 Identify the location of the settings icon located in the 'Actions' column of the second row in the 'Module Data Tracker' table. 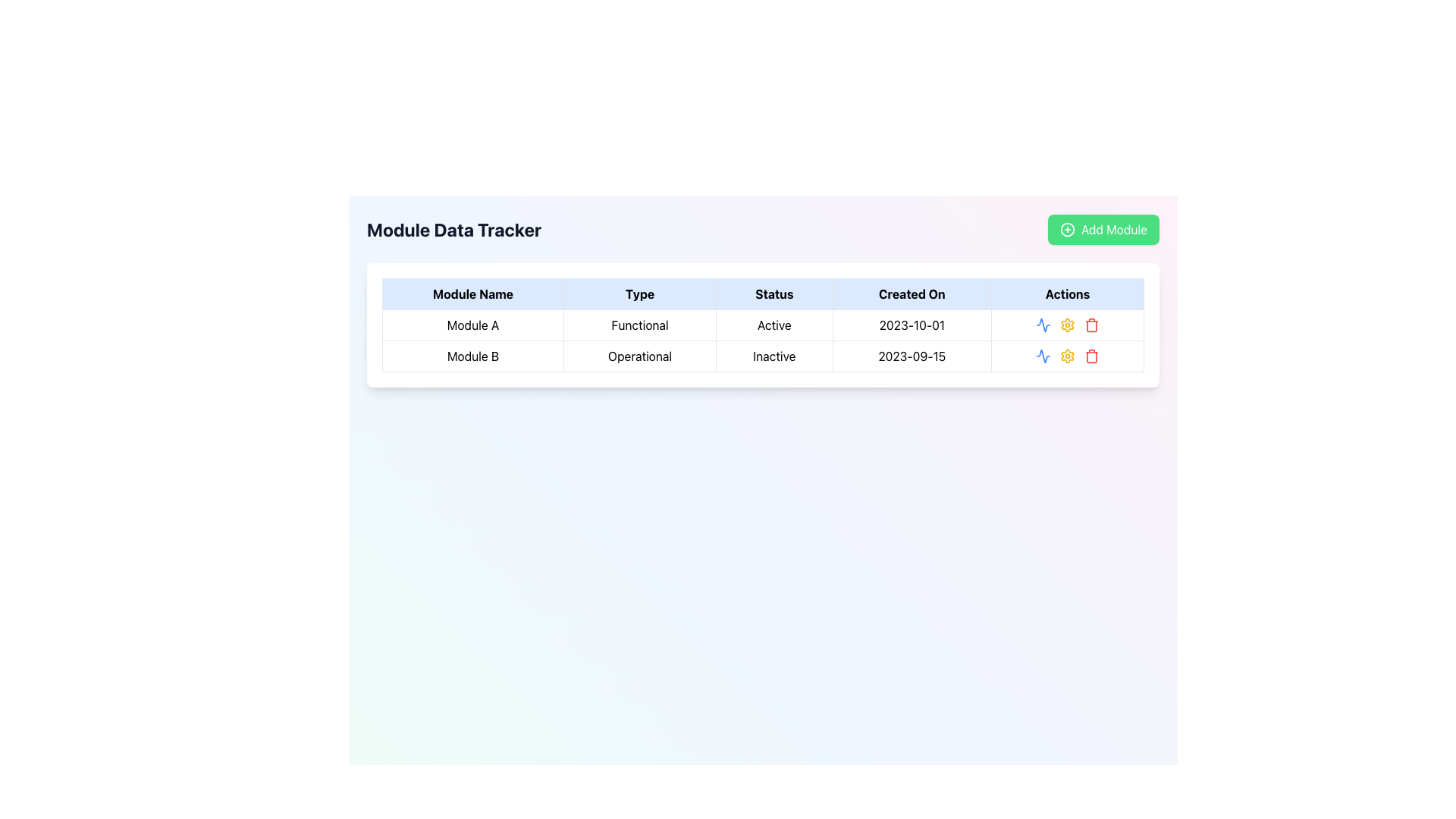
(1066, 324).